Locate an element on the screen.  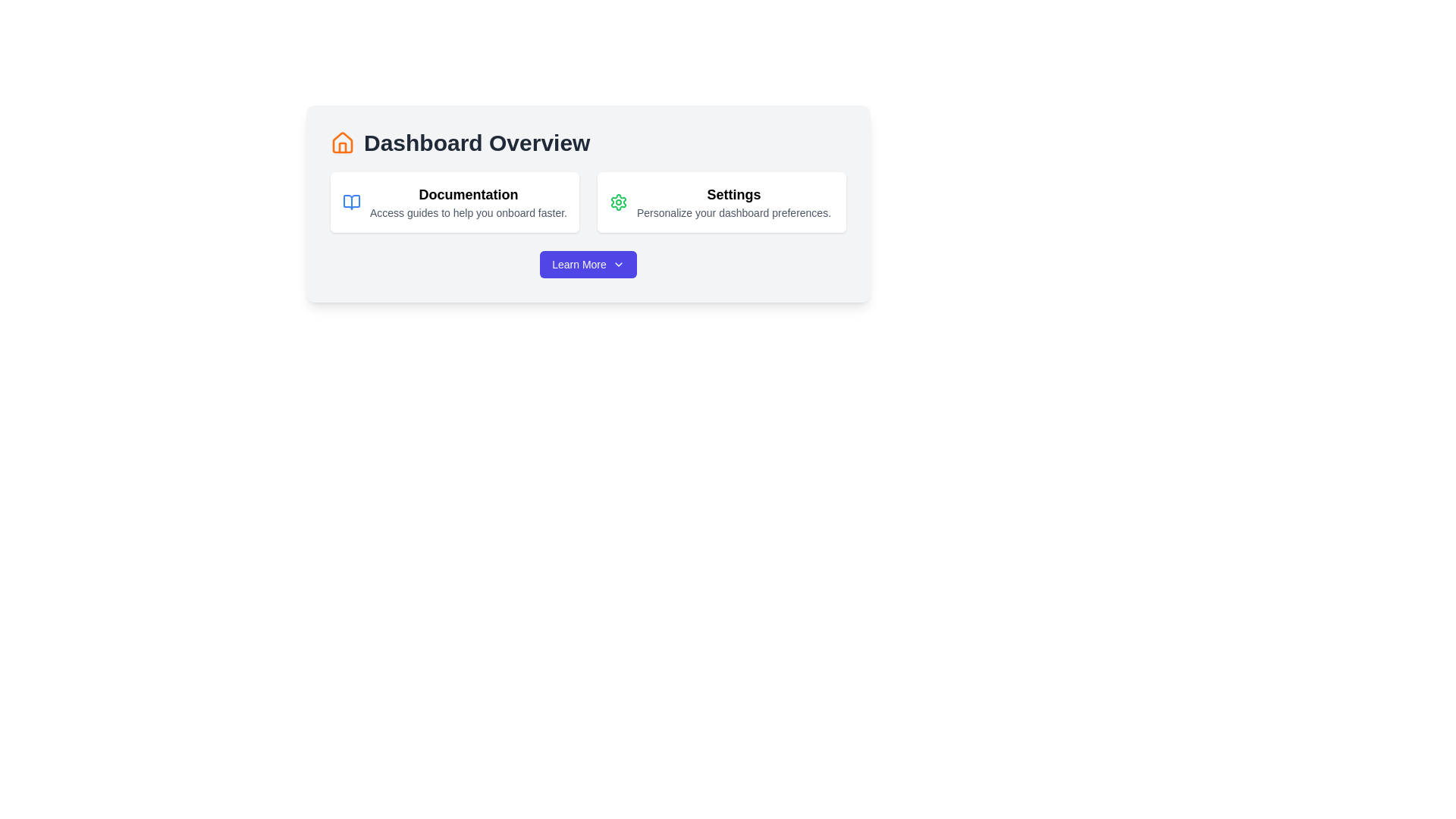
the small downward-pointing chevron icon located within the 'Learn More' button, positioned slightly to the right of the text 'Learn More', to observe any interactive effects is located at coordinates (618, 263).